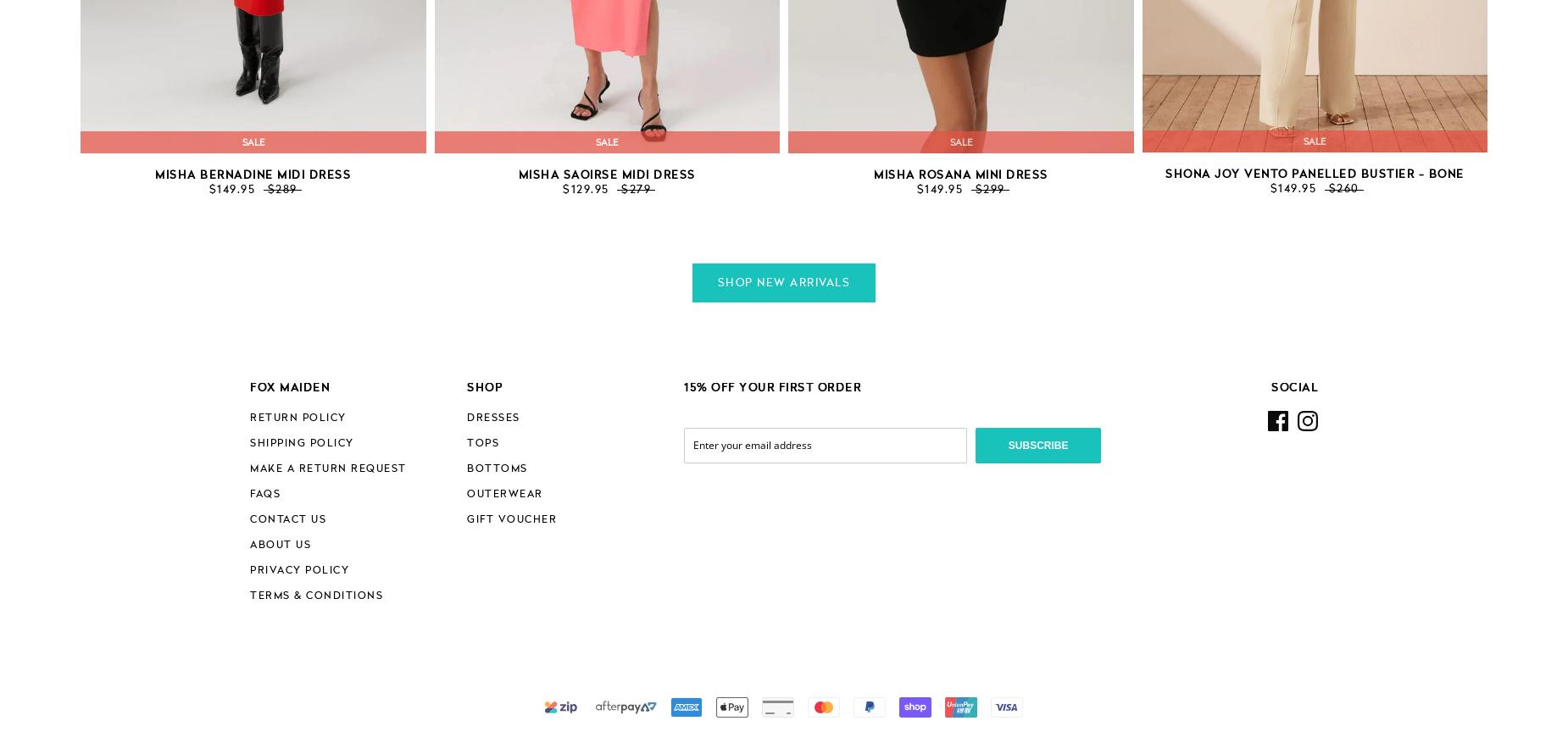 This screenshot has width=1568, height=754. I want to click on 'MISHA ROSANA MINI DRESS', so click(959, 175).